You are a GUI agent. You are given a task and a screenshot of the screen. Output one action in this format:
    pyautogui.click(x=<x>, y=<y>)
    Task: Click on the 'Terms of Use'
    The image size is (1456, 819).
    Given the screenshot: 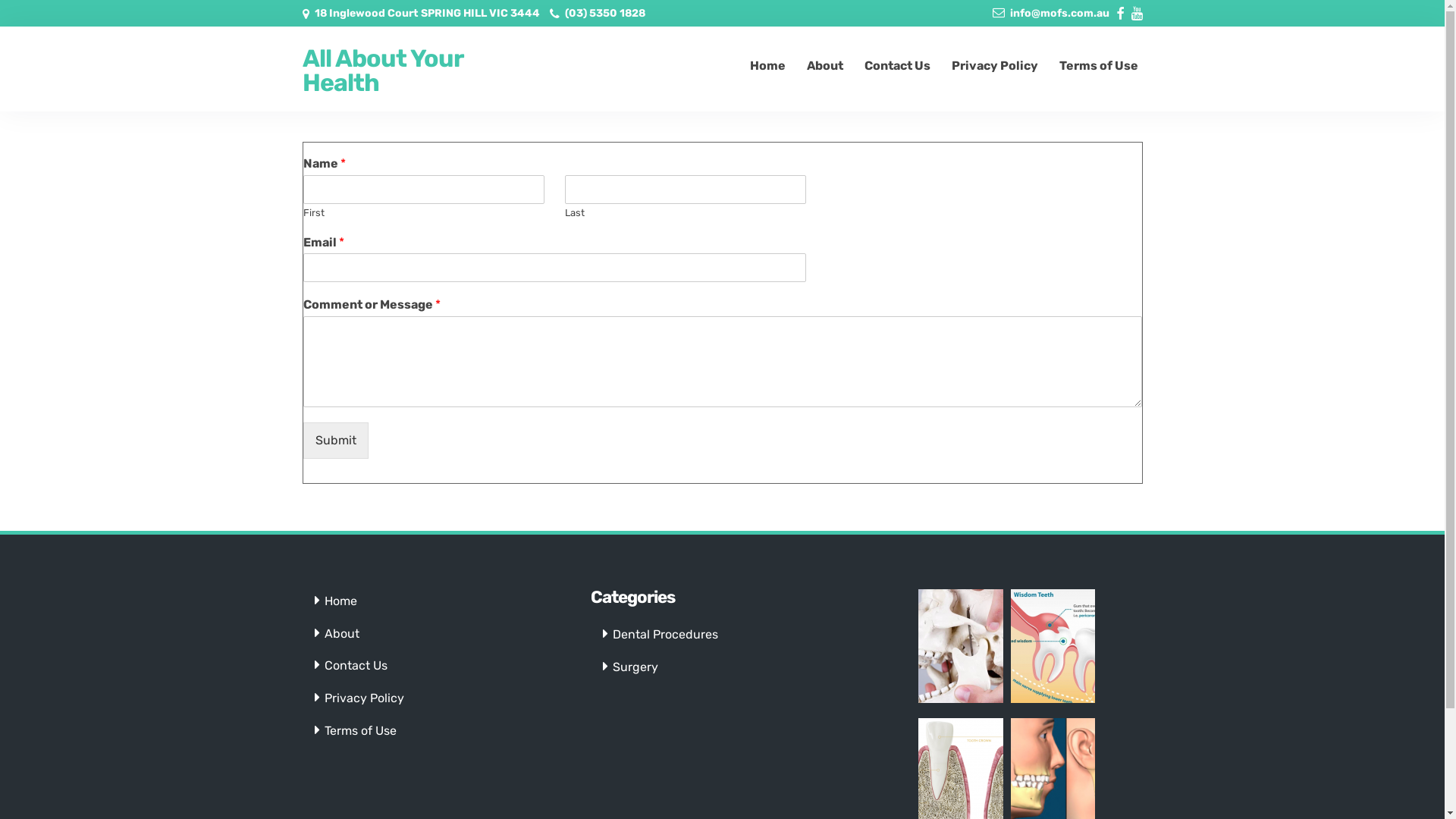 What is the action you would take?
    pyautogui.click(x=1098, y=65)
    